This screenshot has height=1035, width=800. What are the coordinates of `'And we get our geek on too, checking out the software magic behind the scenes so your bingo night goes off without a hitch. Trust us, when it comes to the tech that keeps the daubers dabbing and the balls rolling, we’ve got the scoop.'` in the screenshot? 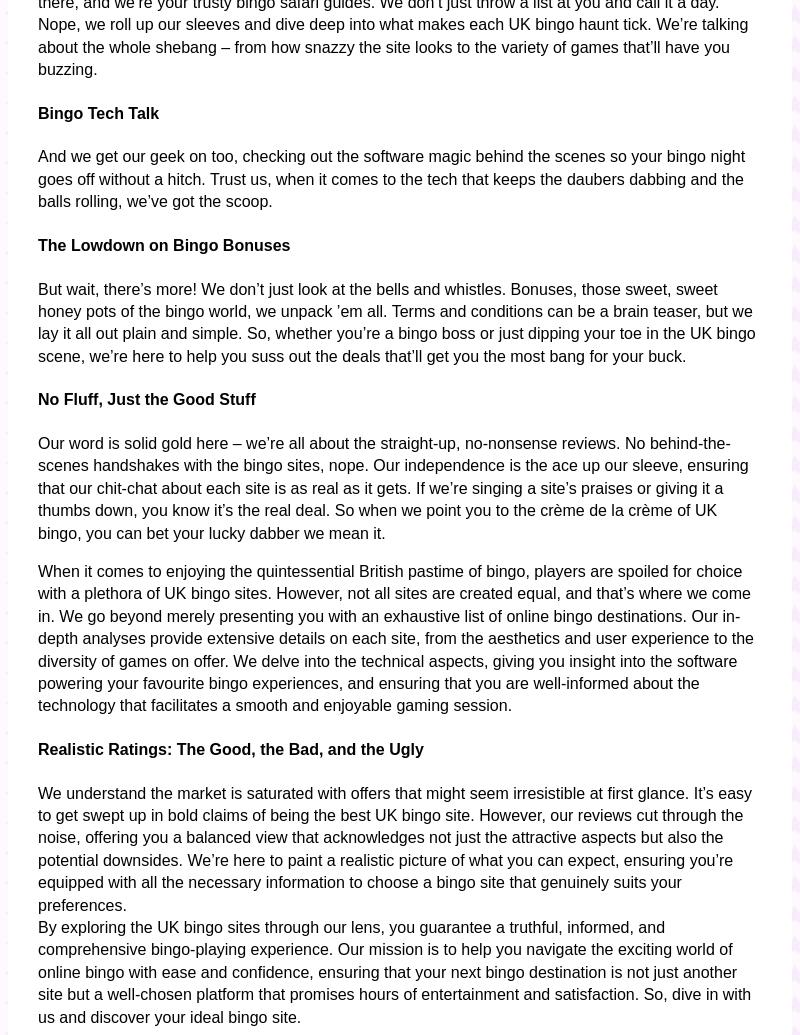 It's located at (390, 178).